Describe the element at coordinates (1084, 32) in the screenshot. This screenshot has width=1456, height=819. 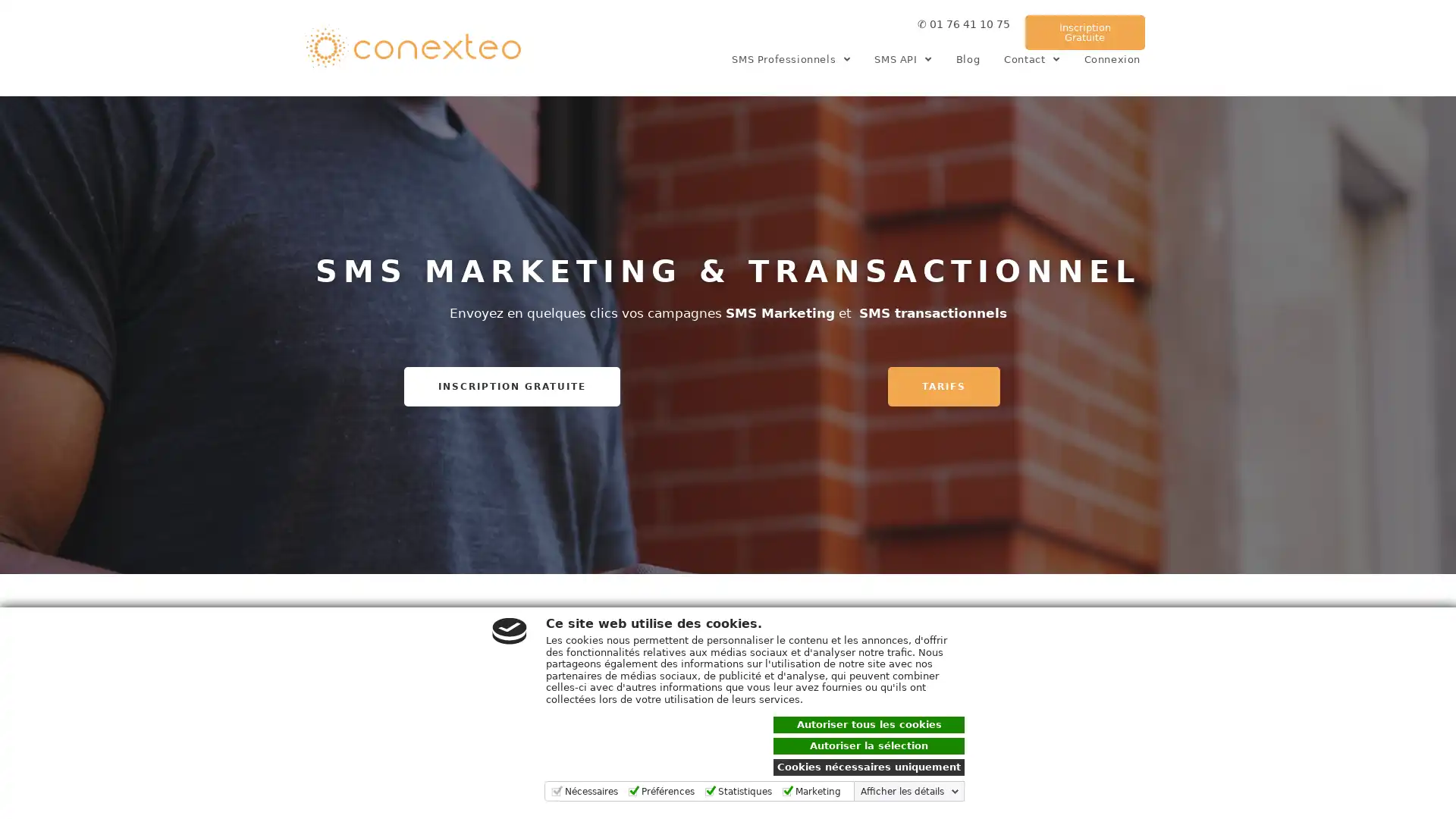
I see `Inscription Gratuite` at that location.